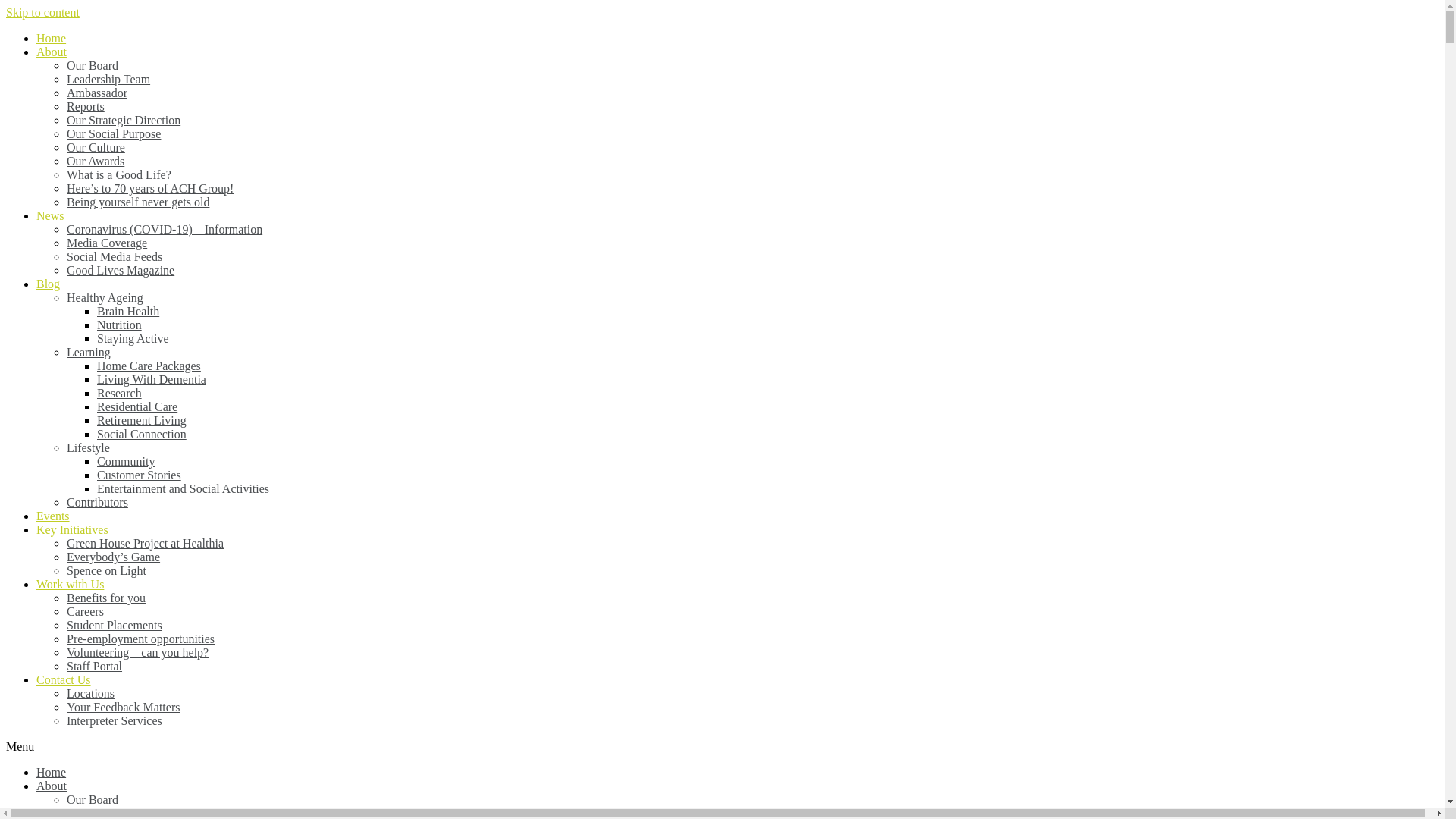  Describe the element at coordinates (91, 64) in the screenshot. I see `'Our Board'` at that location.